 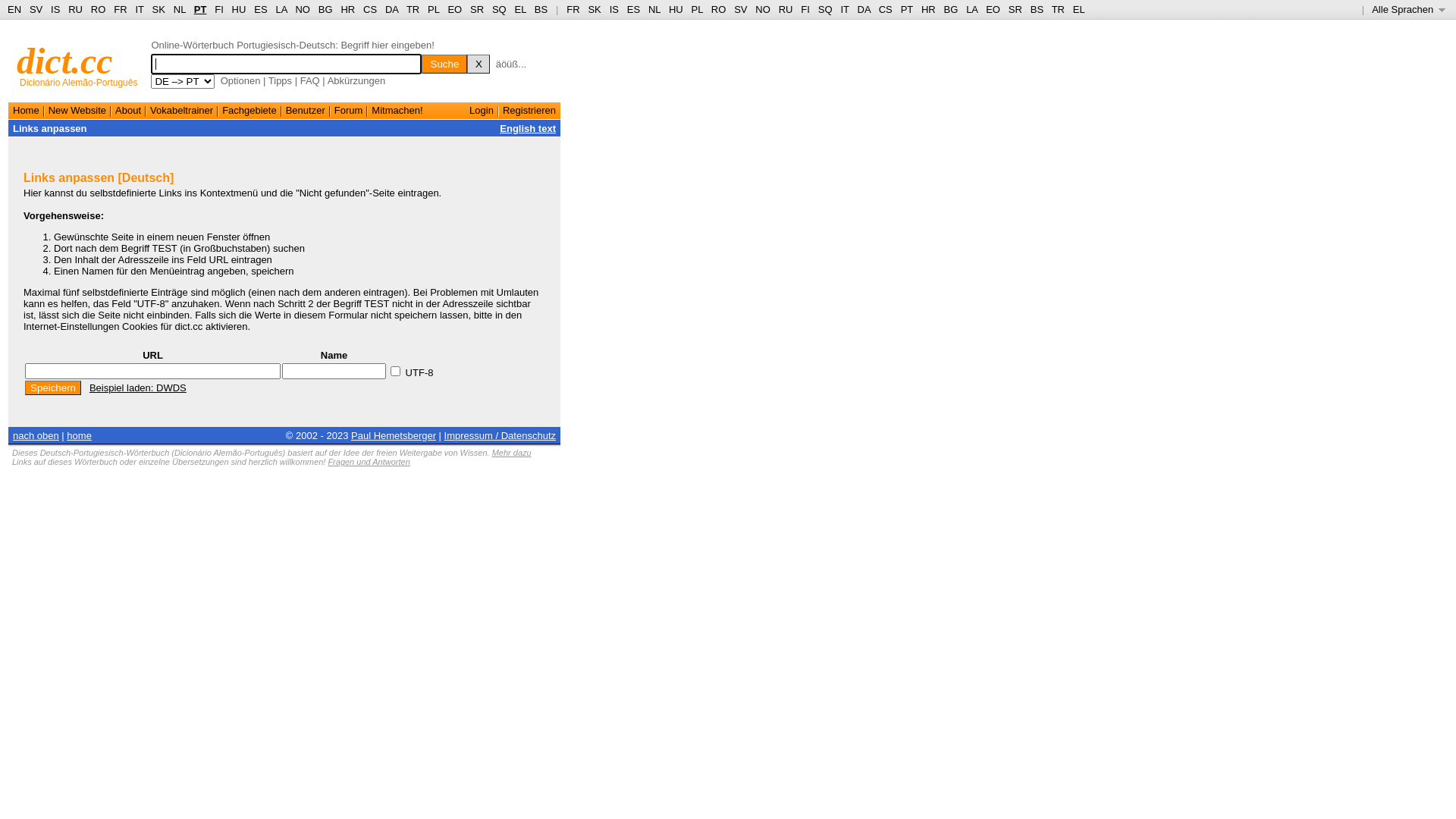 What do you see at coordinates (362, 9) in the screenshot?
I see `'CS'` at bounding box center [362, 9].